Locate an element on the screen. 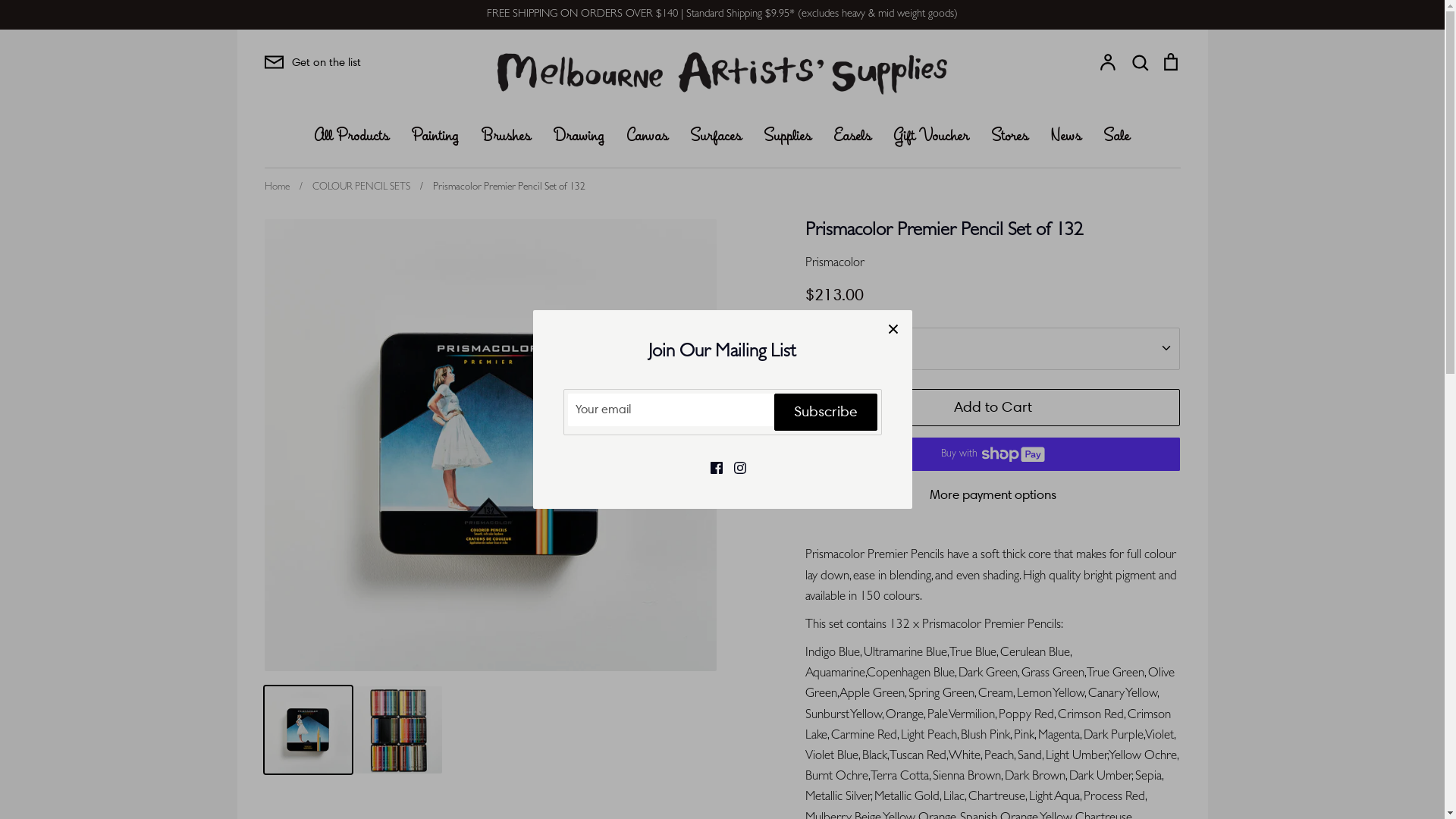  'More payment options' is located at coordinates (993, 494).